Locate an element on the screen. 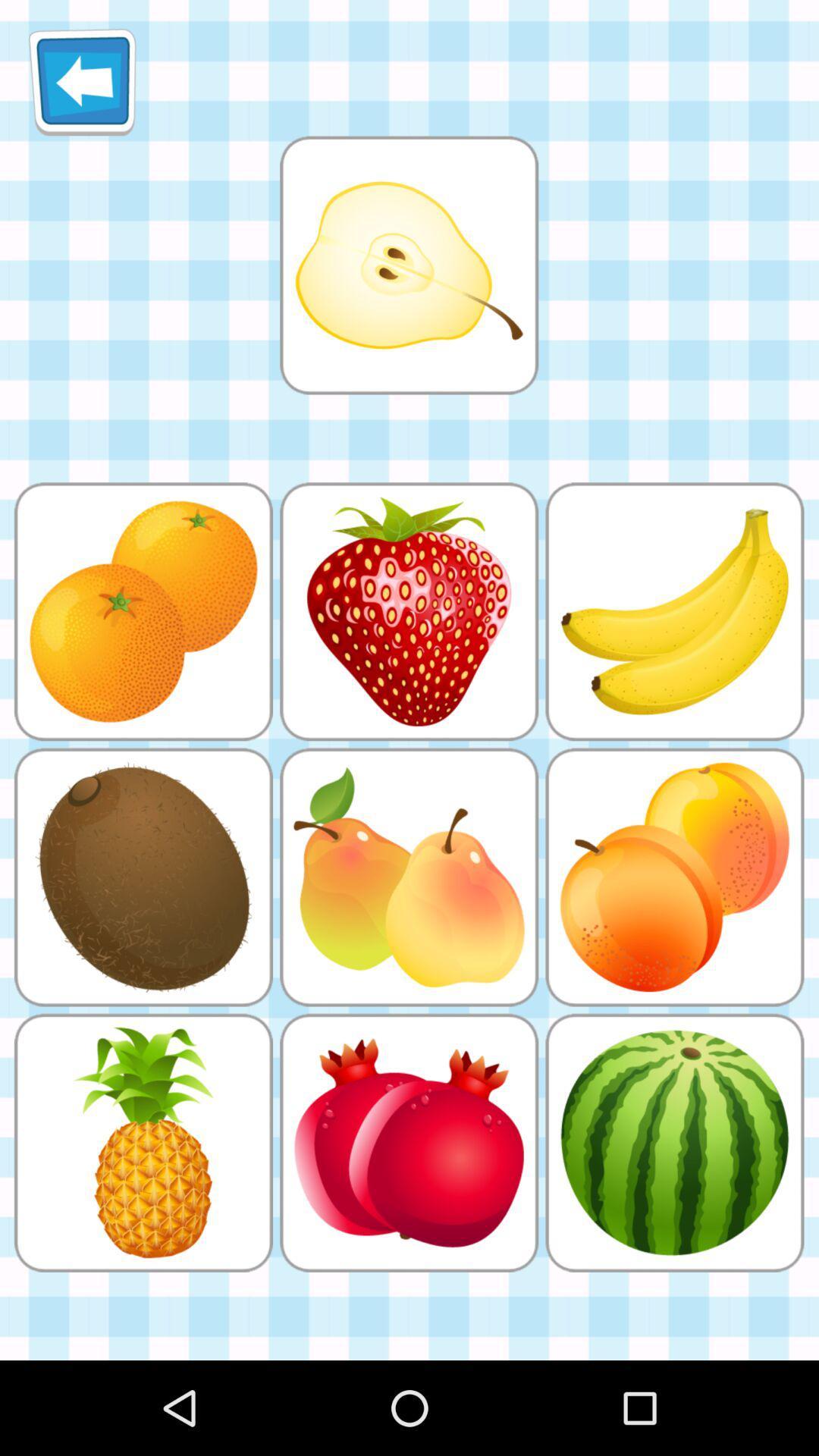  find a match is located at coordinates (408, 265).